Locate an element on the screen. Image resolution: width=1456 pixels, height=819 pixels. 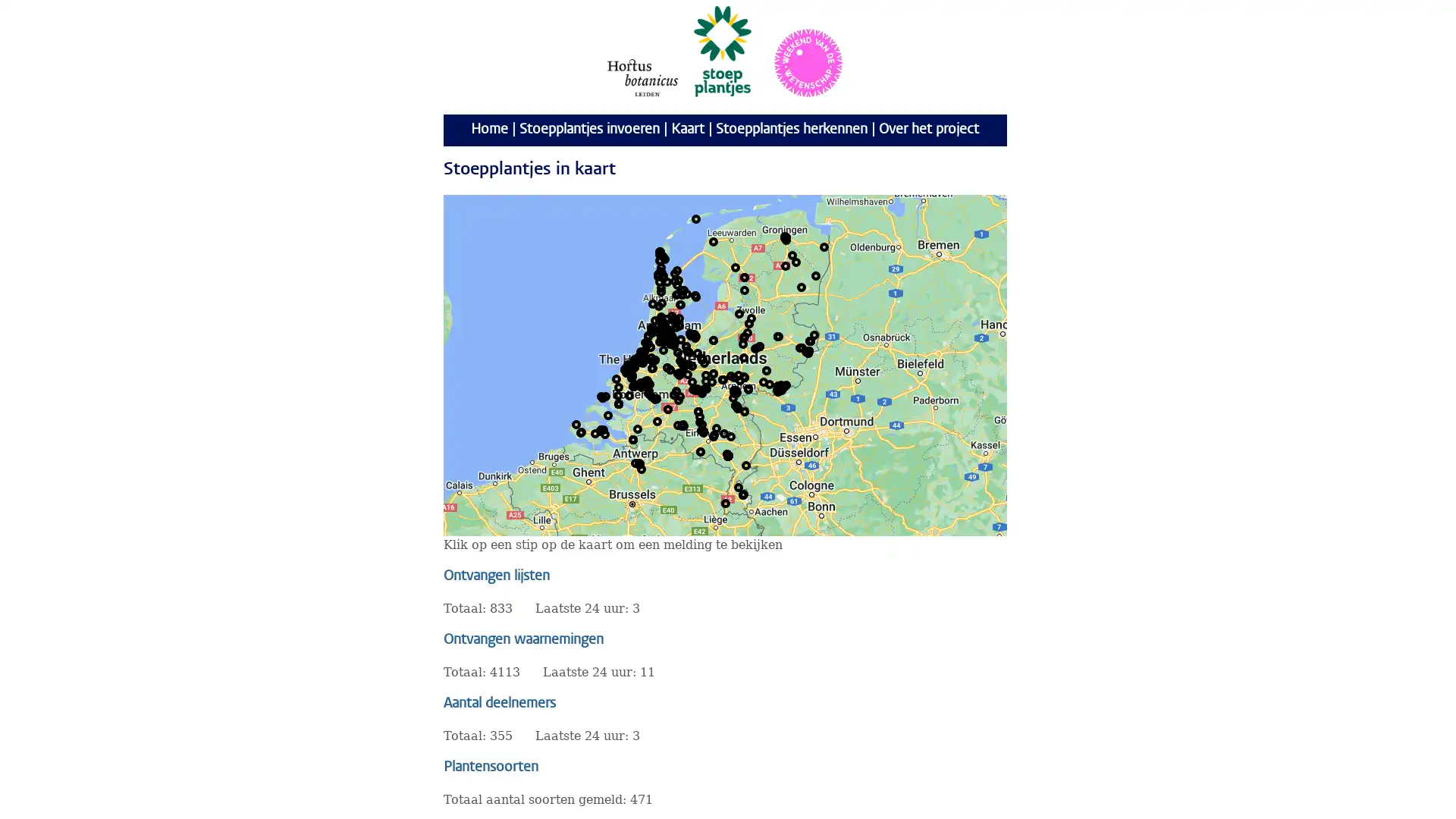
Telling van op 19 oktober 2021 is located at coordinates (663, 332).